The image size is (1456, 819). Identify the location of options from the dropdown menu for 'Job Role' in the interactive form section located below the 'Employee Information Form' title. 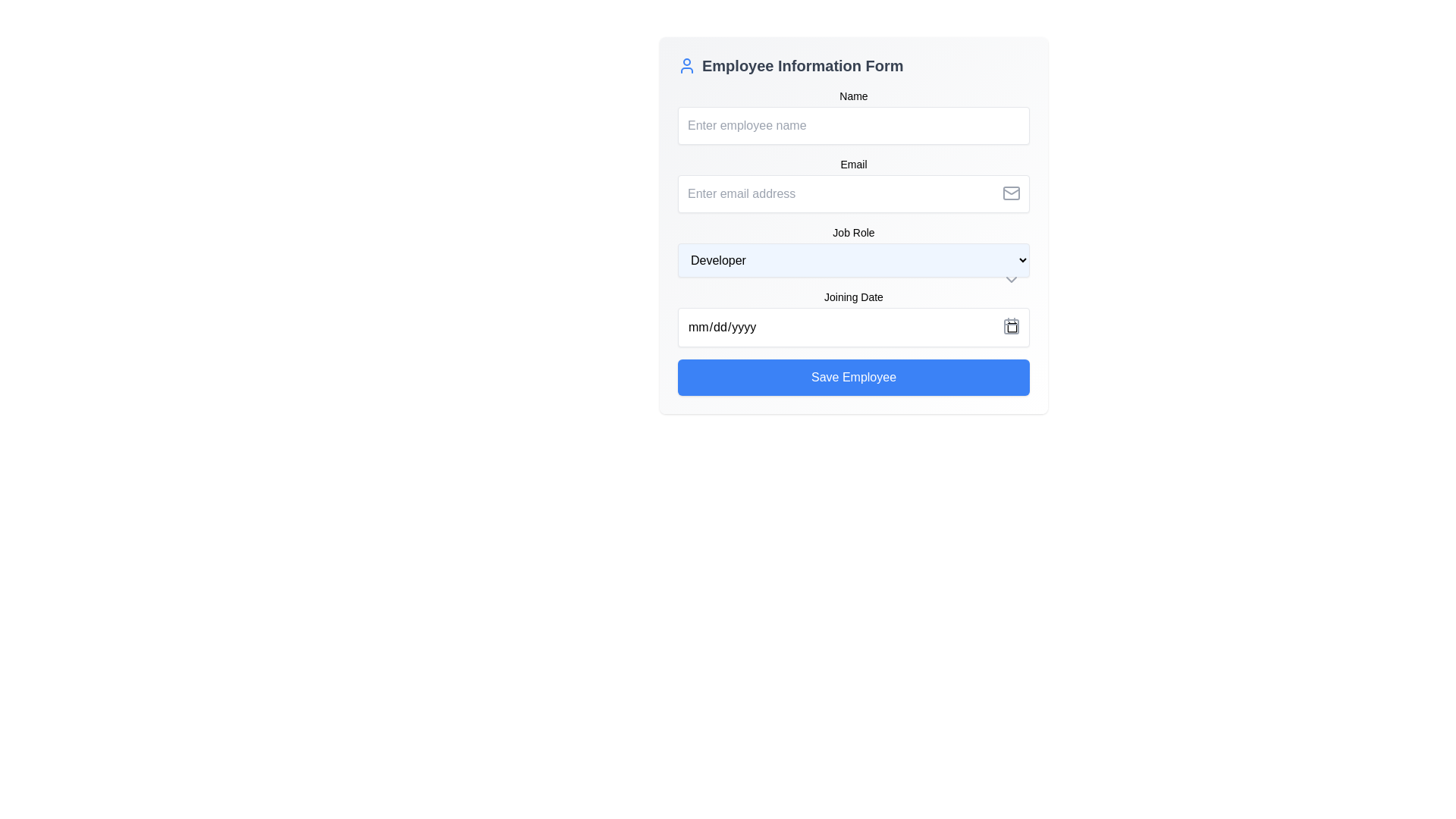
(854, 241).